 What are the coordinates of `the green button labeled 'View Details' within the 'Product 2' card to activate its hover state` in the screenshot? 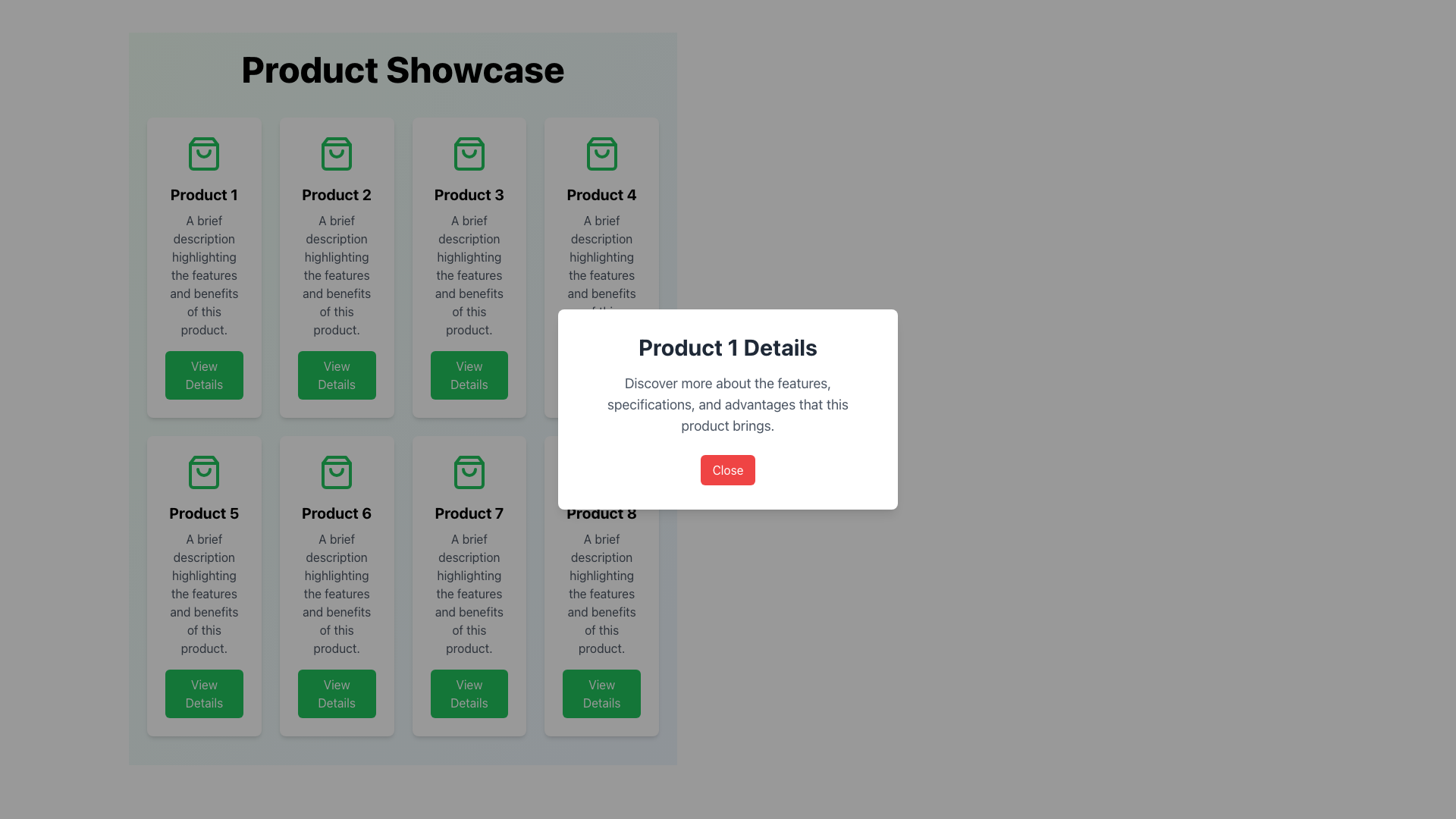 It's located at (336, 375).